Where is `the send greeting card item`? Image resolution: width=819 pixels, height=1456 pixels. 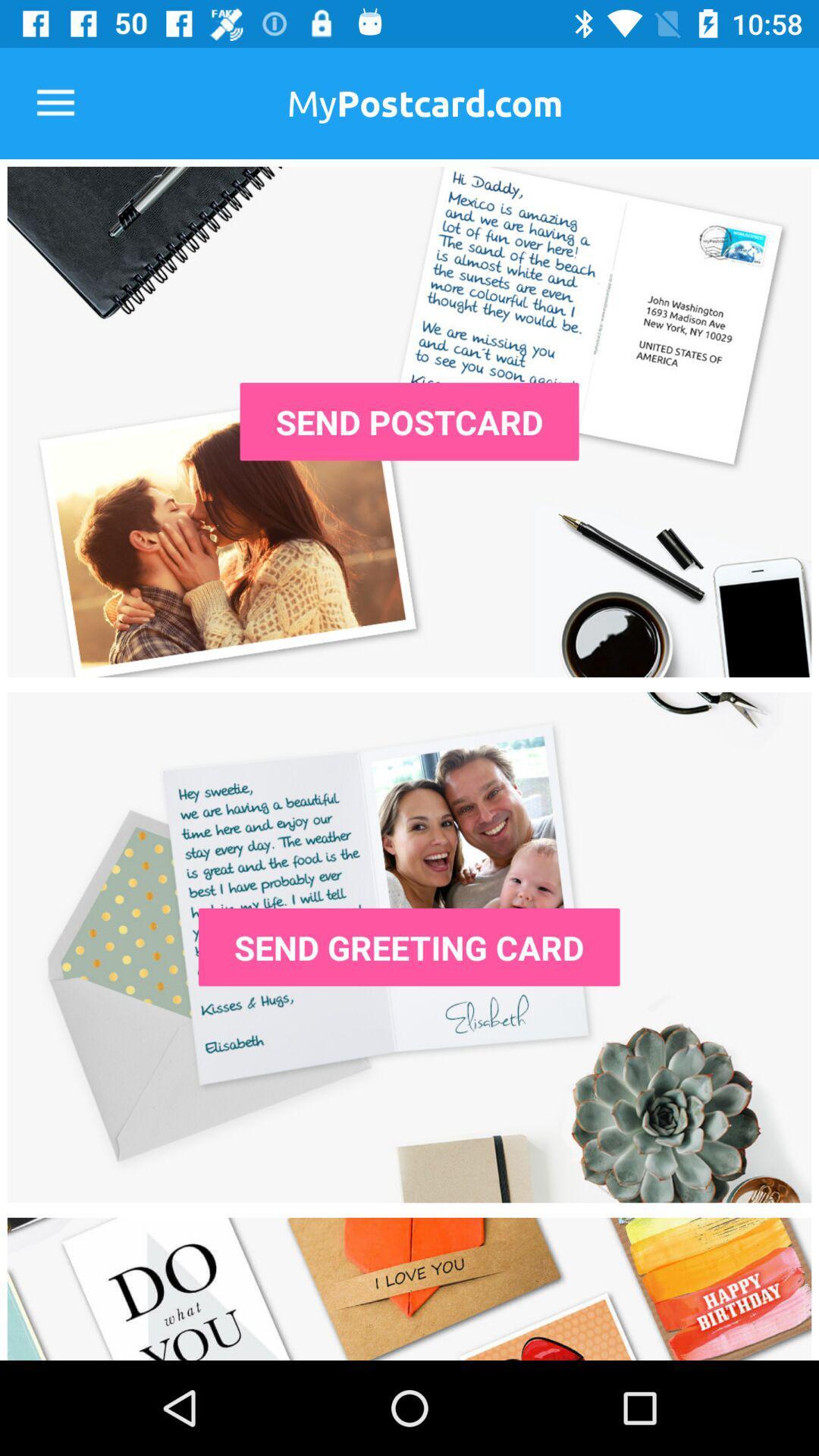 the send greeting card item is located at coordinates (408, 946).